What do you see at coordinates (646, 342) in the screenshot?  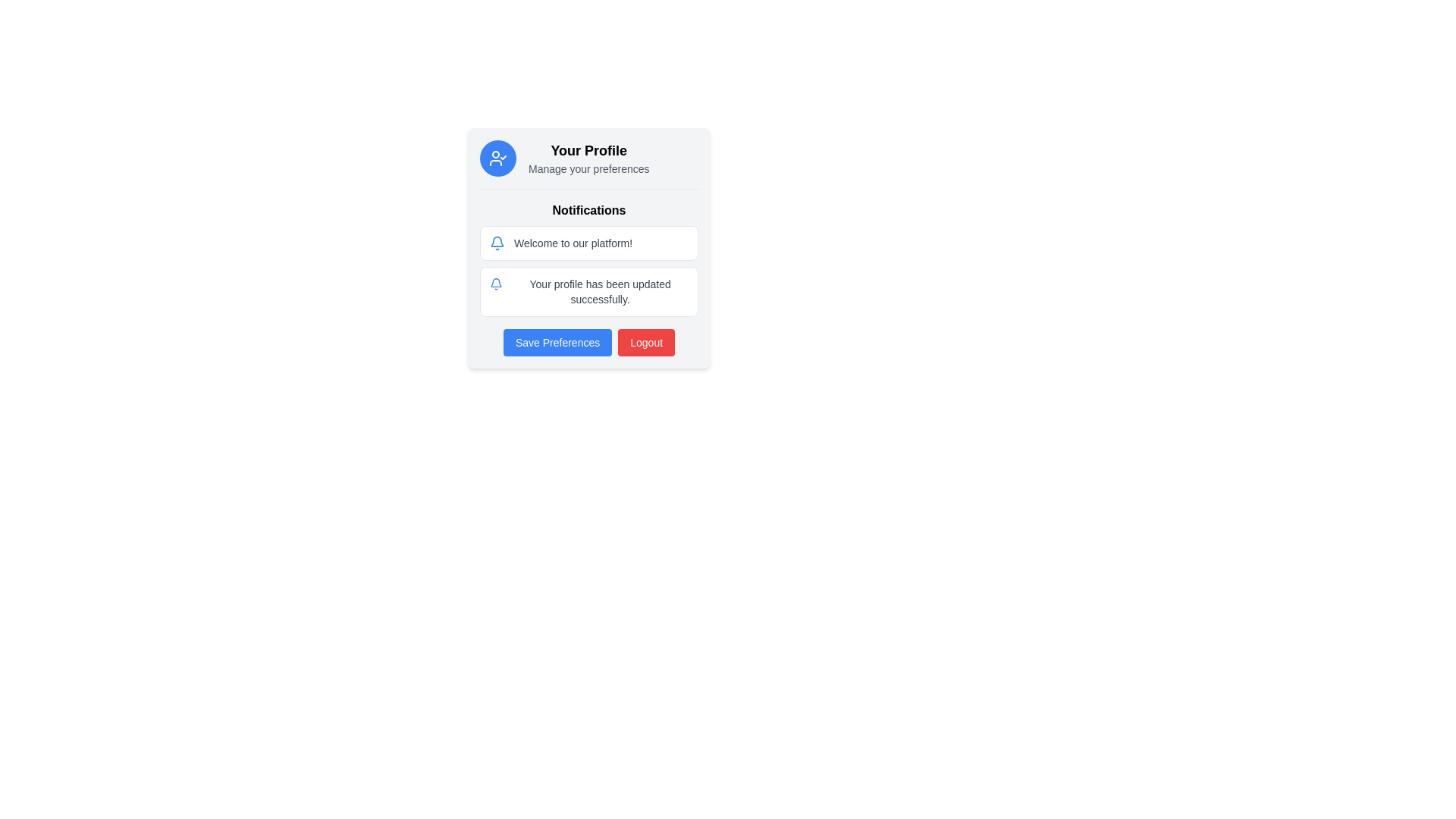 I see `the logout button located at the bottom-right area of the 'Your Profile' modal dialog to terminate the current session` at bounding box center [646, 342].